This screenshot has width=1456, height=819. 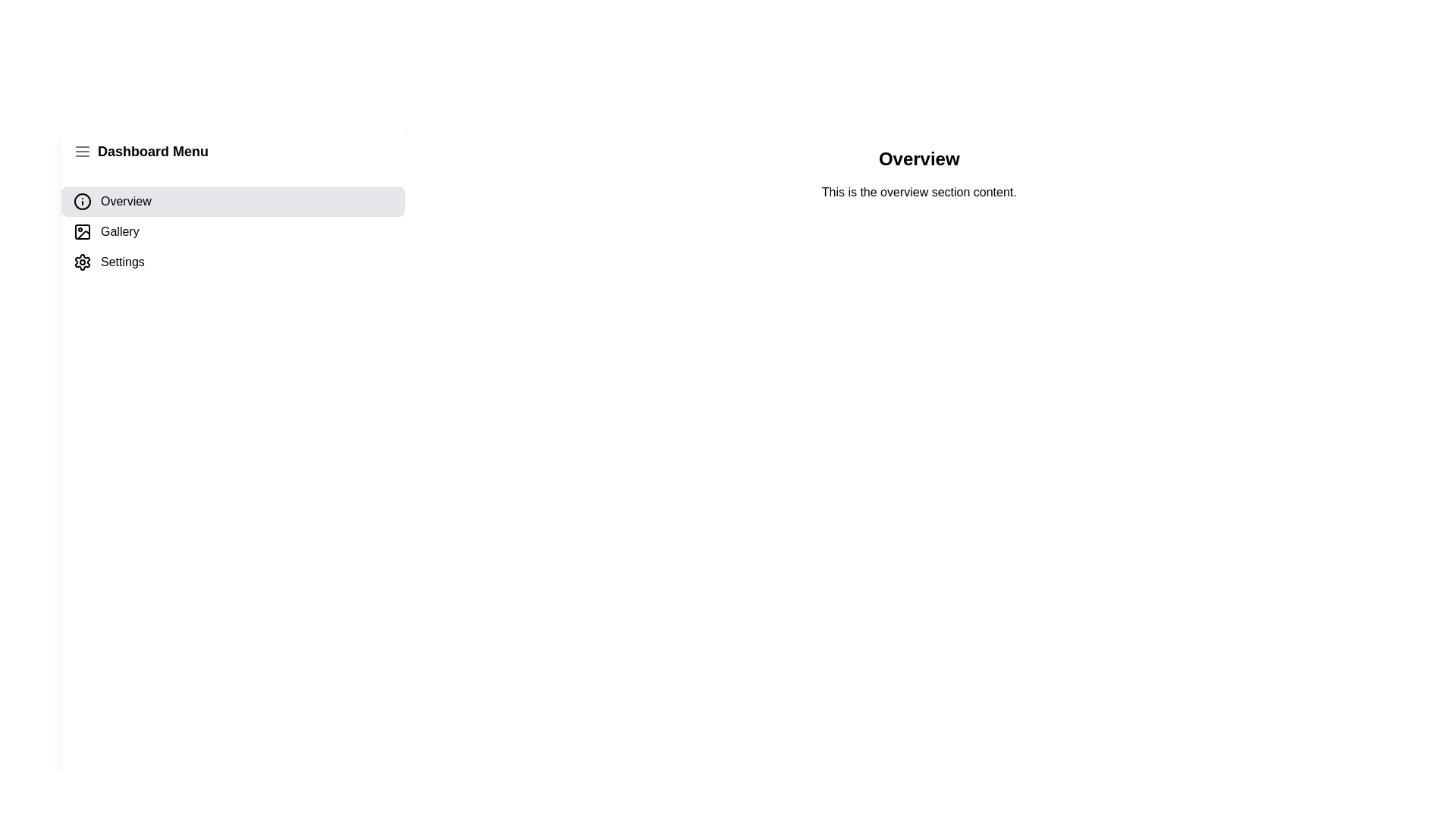 What do you see at coordinates (232, 231) in the screenshot?
I see `the menu item corresponding to Gallery` at bounding box center [232, 231].